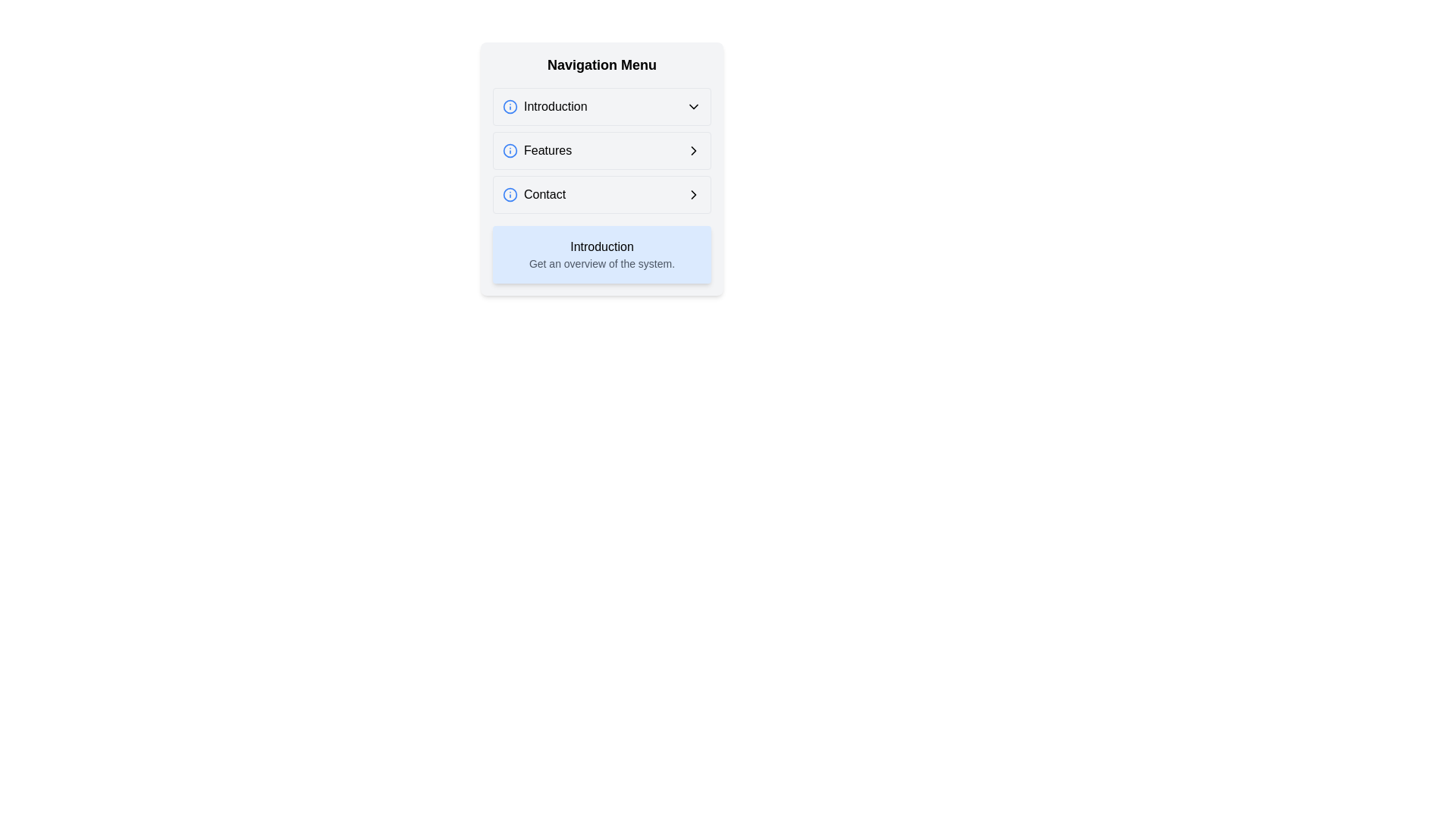 The width and height of the screenshot is (1456, 819). What do you see at coordinates (544, 194) in the screenshot?
I see `text of the label for the third item in the navigation menu, located to the right of the blue information icon and preceding the right arrow icon` at bounding box center [544, 194].